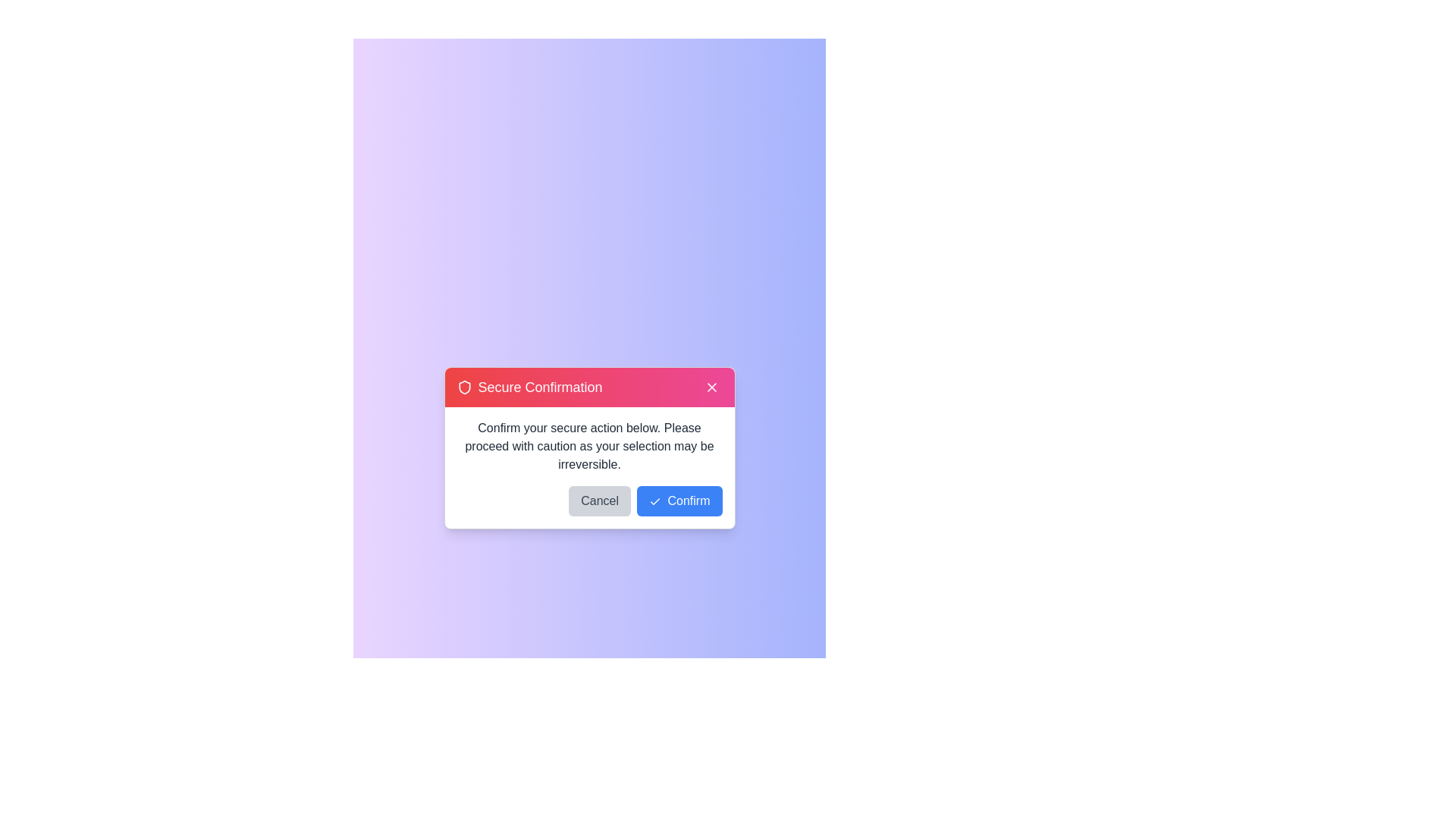  What do you see at coordinates (679, 500) in the screenshot?
I see `the 'Confirm' button, which is a rectangular button with rounded corners, a blue background, and white text, located to the right of the 'Cancel' button in the modal dialog box` at bounding box center [679, 500].